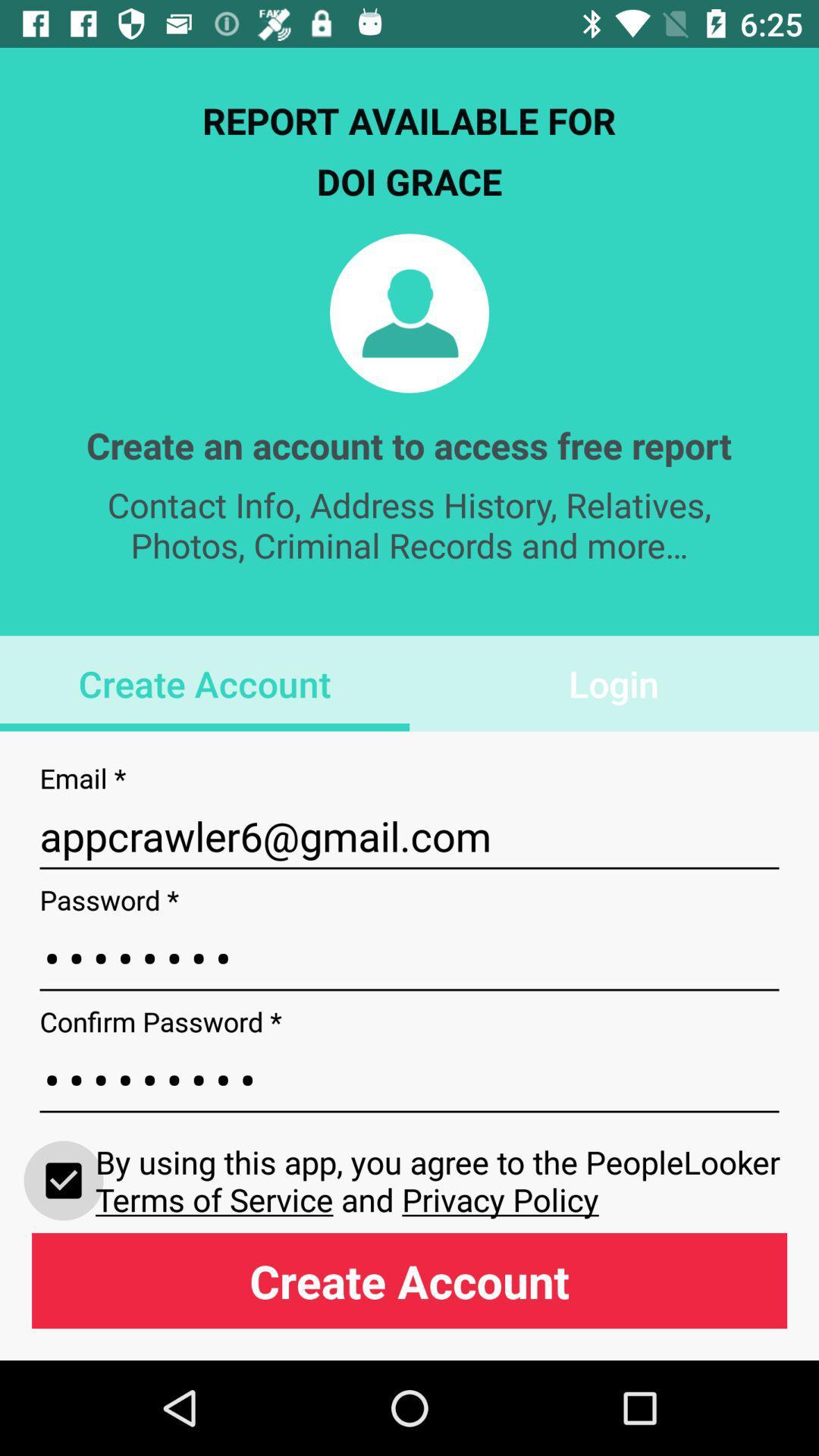  Describe the element at coordinates (409, 836) in the screenshot. I see `item above crod3116 icon` at that location.